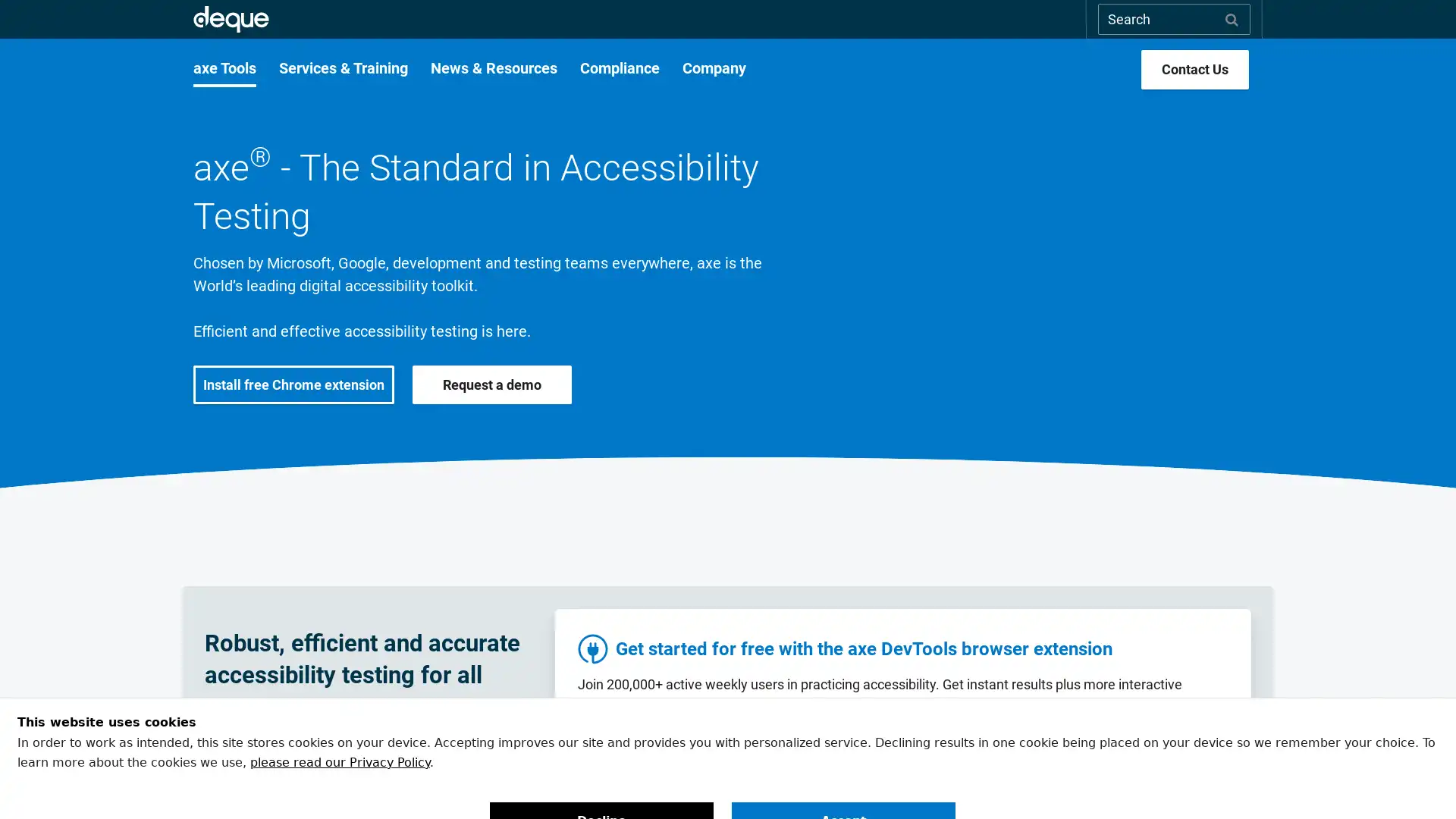 The width and height of the screenshot is (1456, 819). What do you see at coordinates (1232, 18) in the screenshot?
I see `Submit` at bounding box center [1232, 18].